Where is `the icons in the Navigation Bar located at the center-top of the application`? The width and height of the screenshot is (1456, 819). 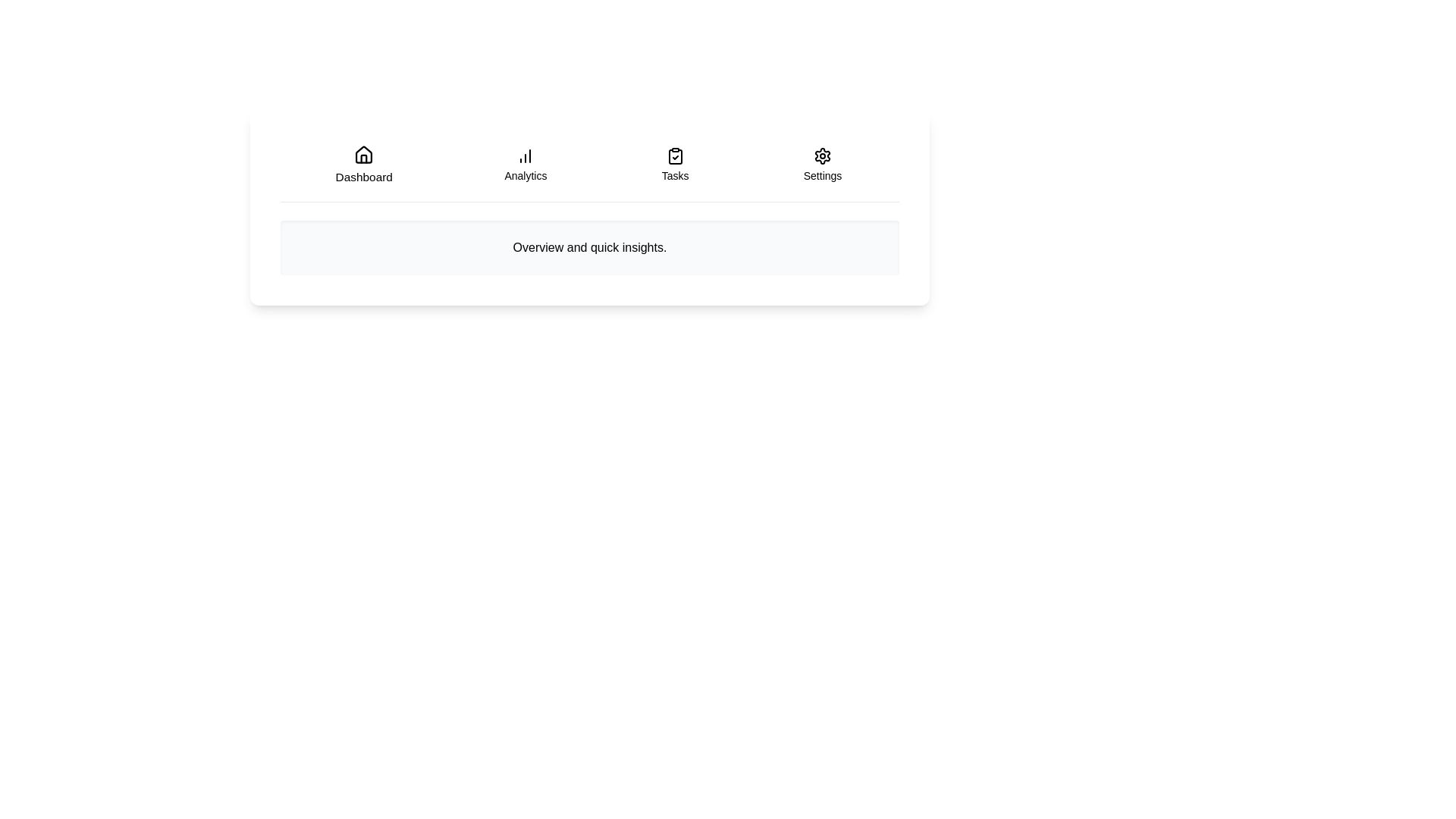 the icons in the Navigation Bar located at the center-top of the application is located at coordinates (588, 171).